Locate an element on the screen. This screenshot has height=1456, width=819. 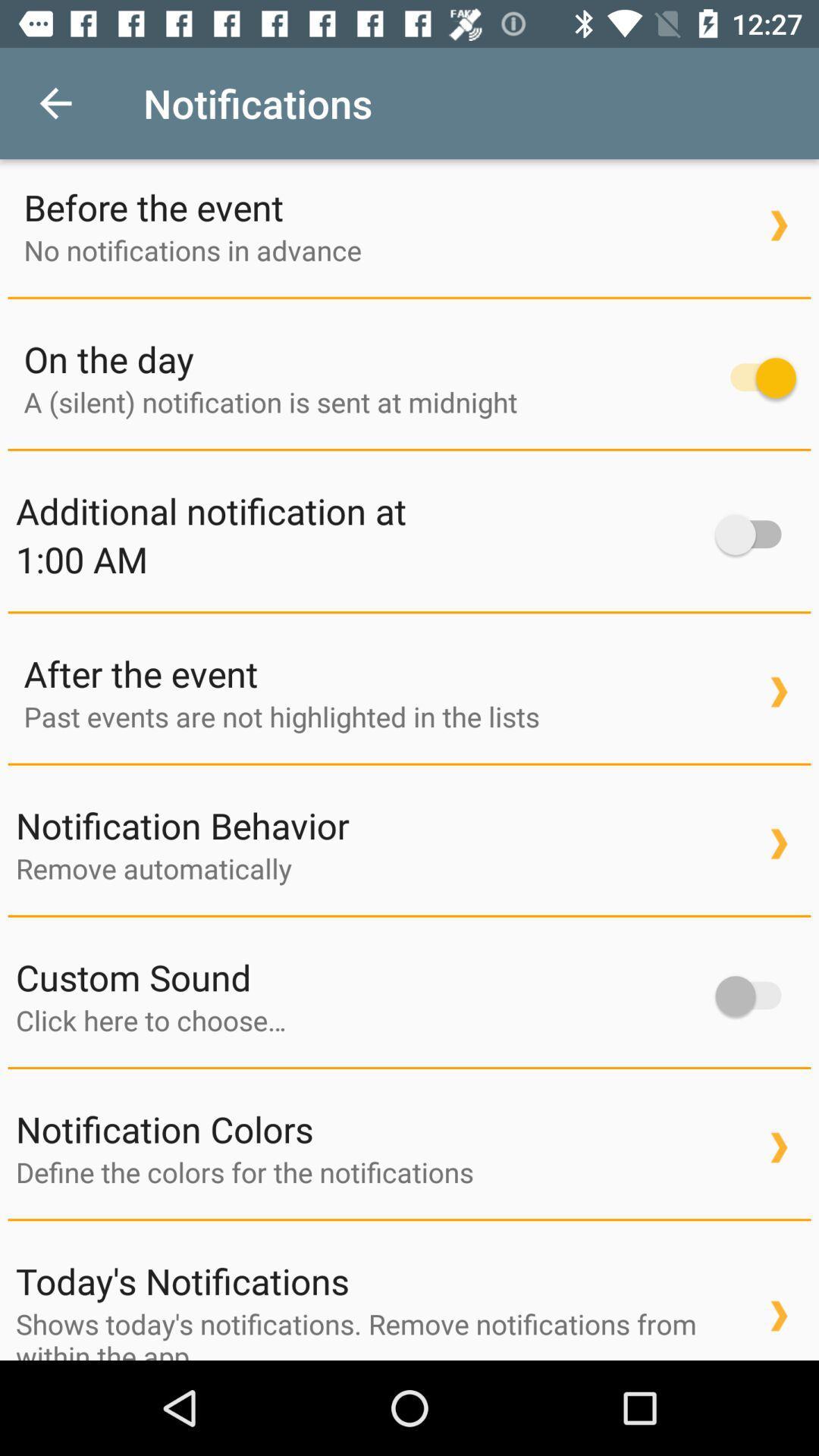
item next to custom sound item is located at coordinates (755, 996).